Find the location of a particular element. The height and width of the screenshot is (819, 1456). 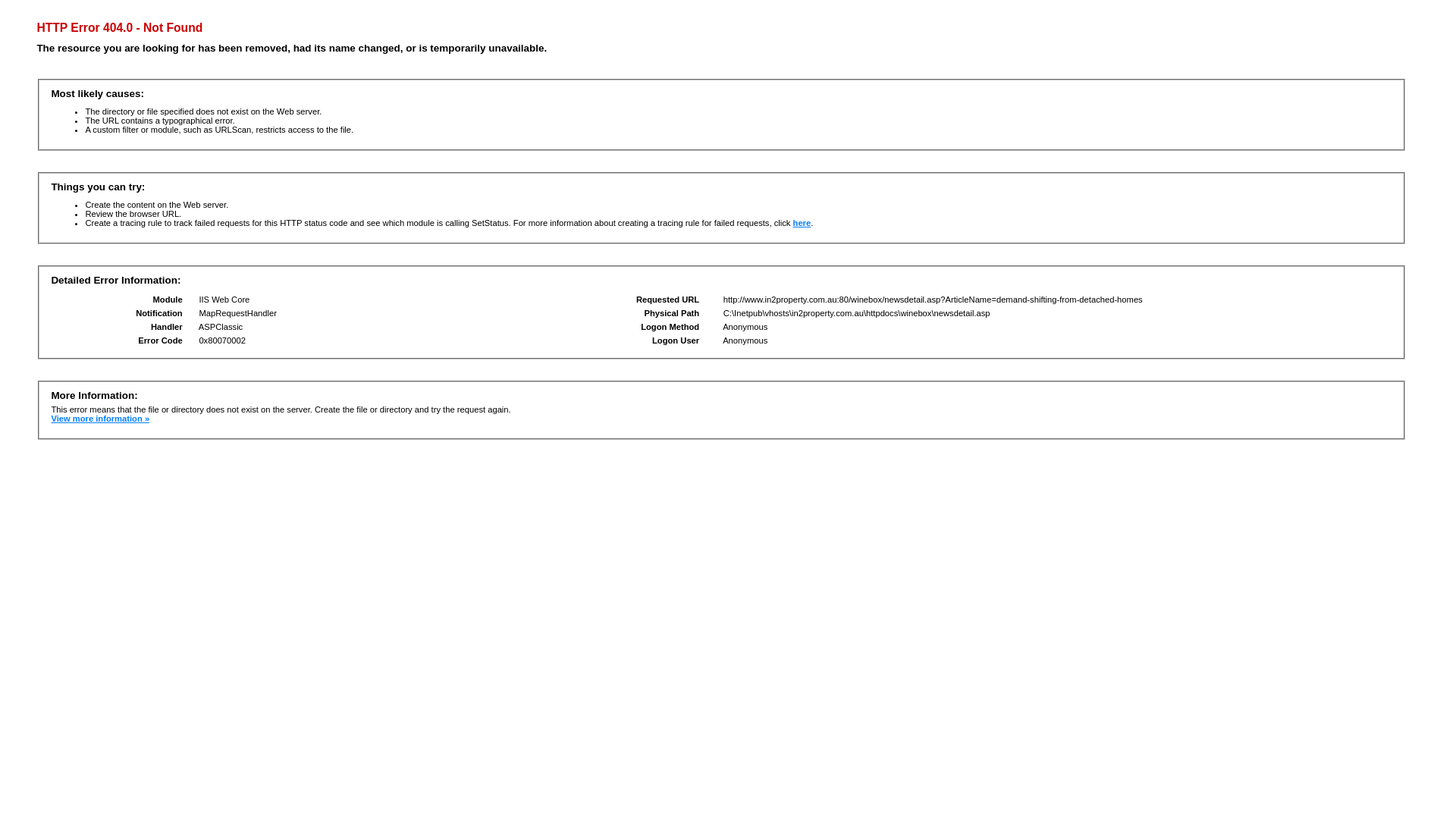

'here' is located at coordinates (801, 222).